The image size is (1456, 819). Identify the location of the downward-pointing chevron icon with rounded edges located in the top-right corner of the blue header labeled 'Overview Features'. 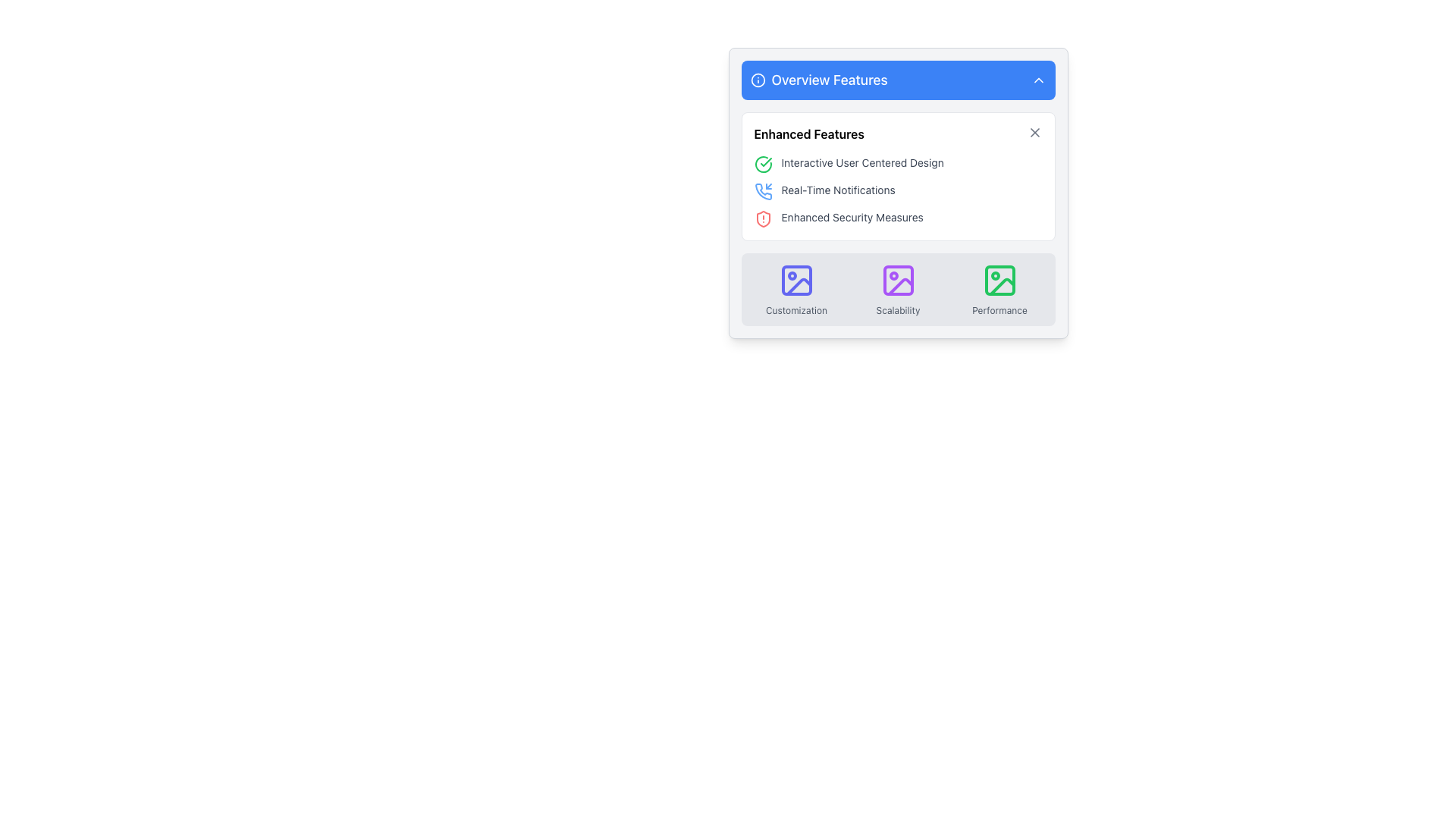
(1037, 80).